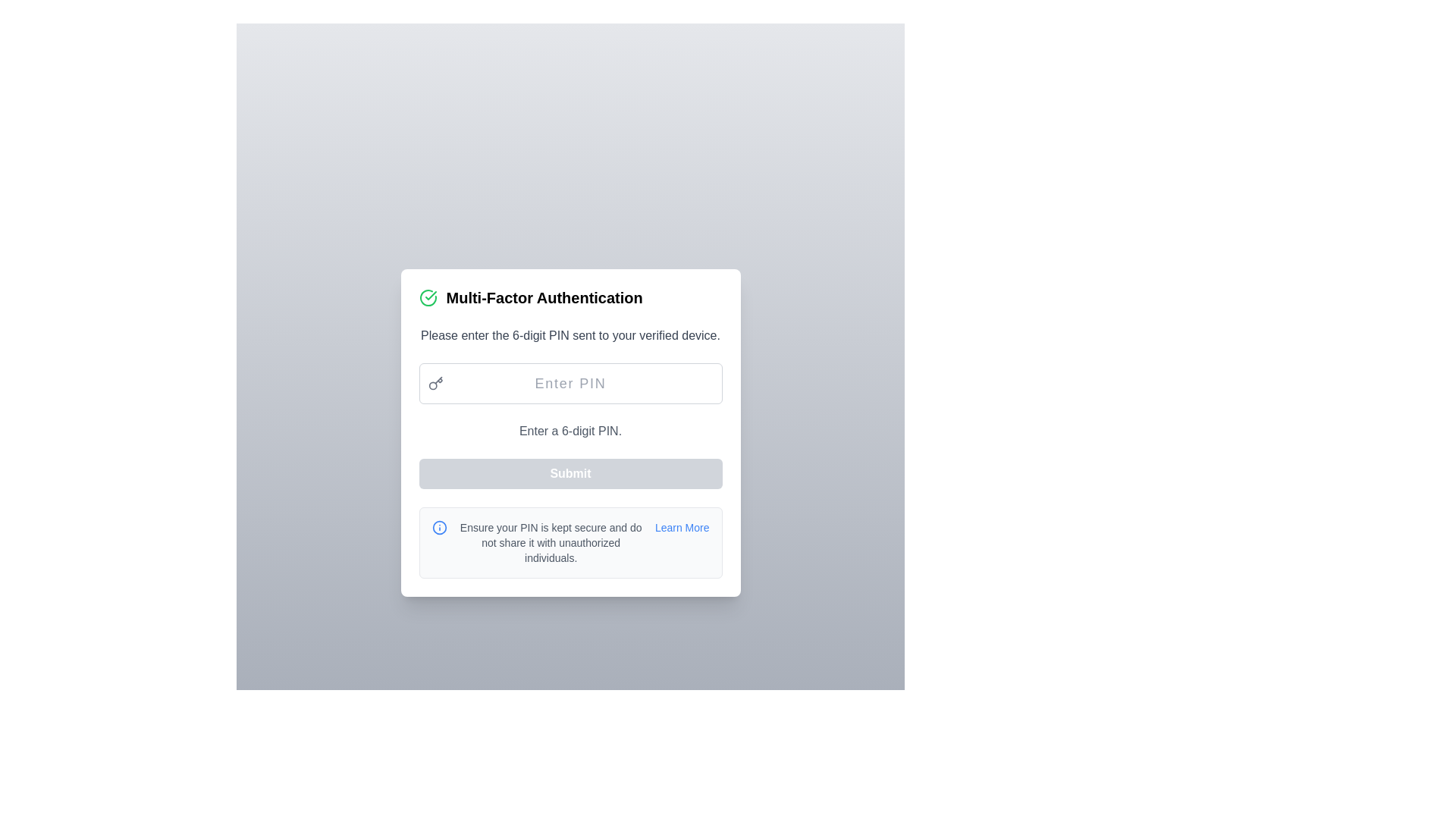 Image resolution: width=1456 pixels, height=819 pixels. Describe the element at coordinates (427, 298) in the screenshot. I see `the green circular icon with a checkmark, which is positioned to the left of the text 'Multi-Factor Authentication' in the top section of a centered modal box` at that location.